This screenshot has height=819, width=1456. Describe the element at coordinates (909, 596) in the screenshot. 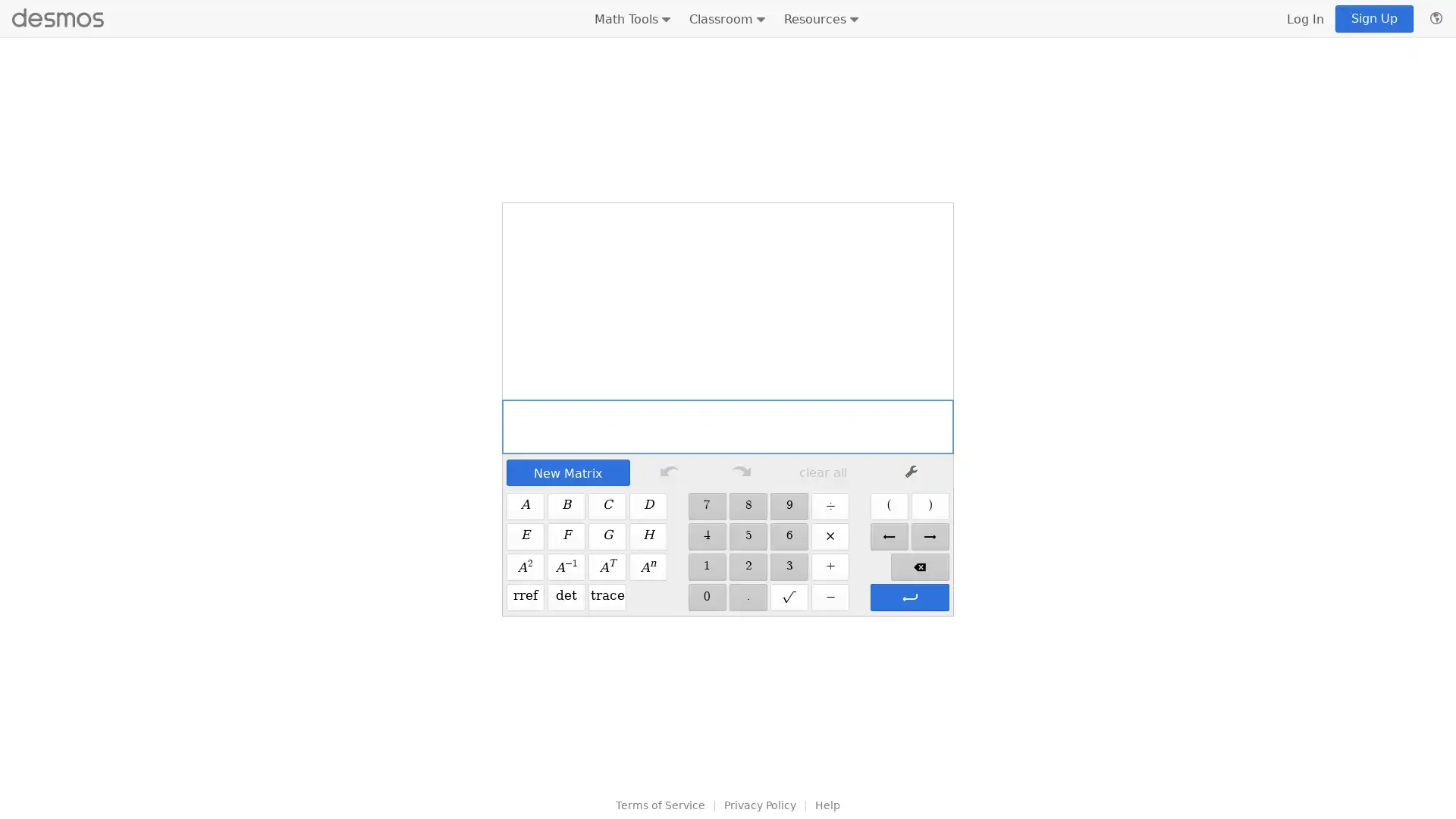

I see `Enter` at that location.